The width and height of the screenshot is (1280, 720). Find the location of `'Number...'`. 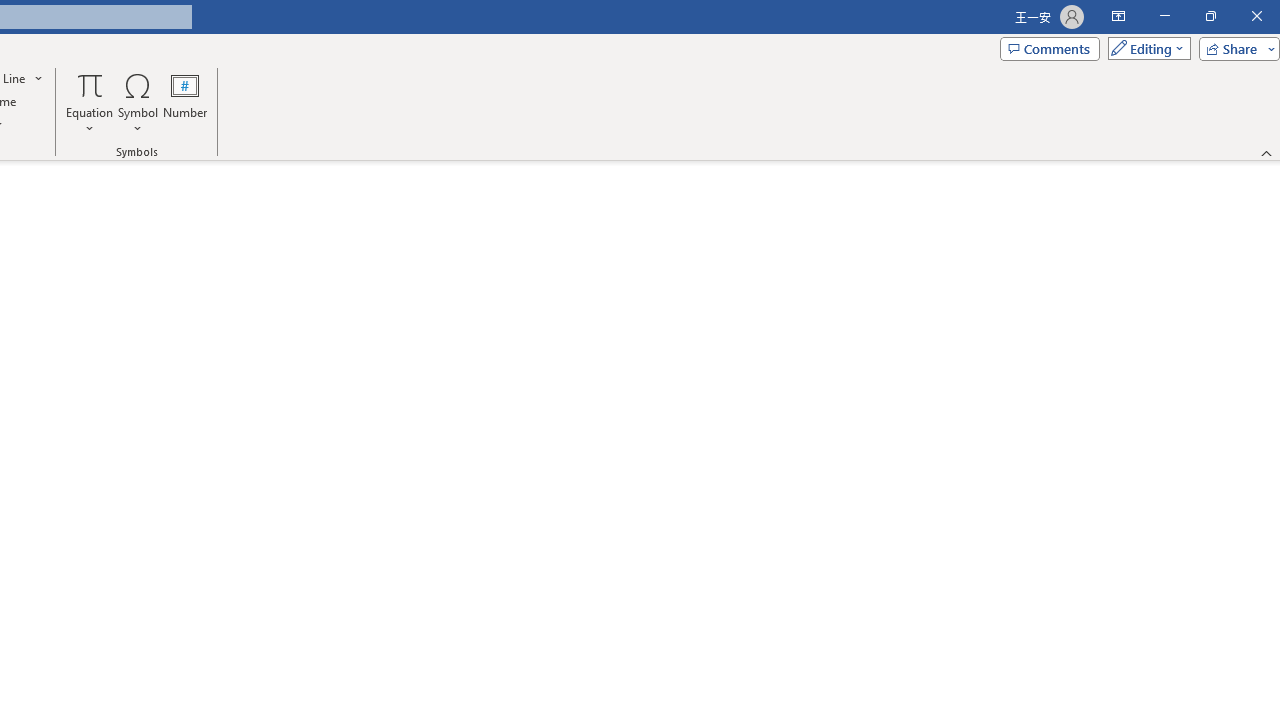

'Number...' is located at coordinates (185, 103).